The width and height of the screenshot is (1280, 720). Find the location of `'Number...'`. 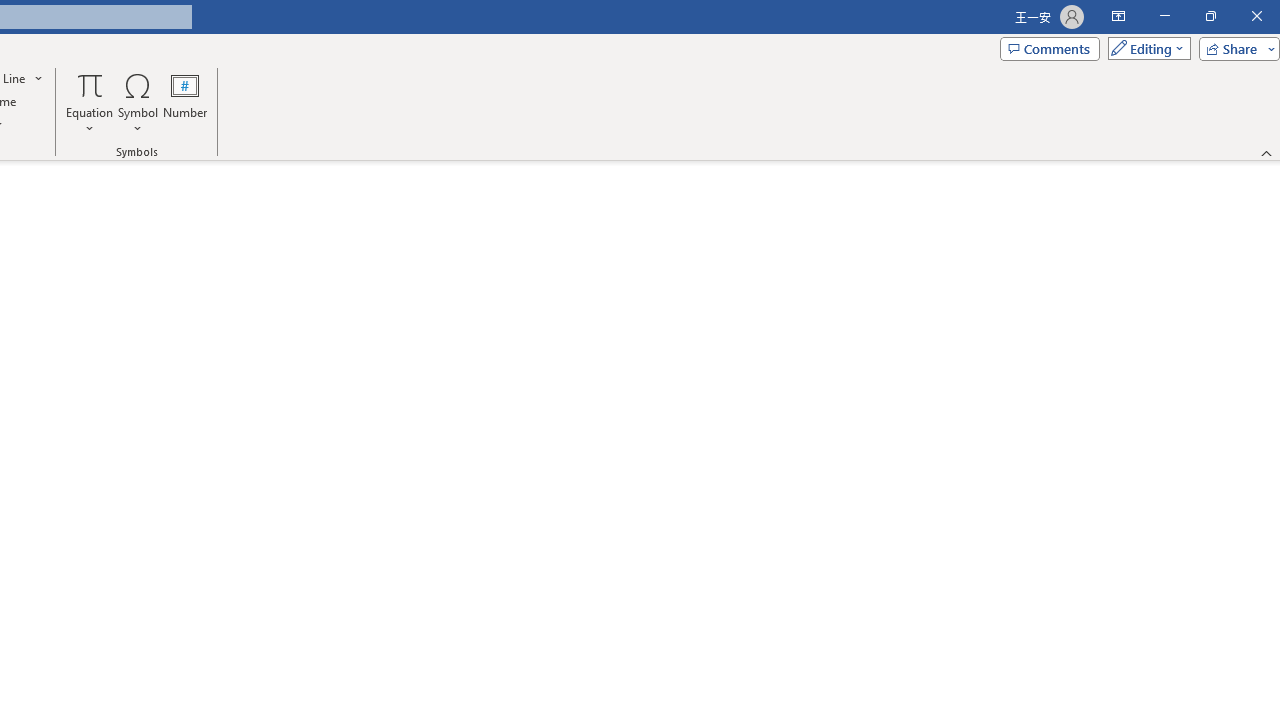

'Number...' is located at coordinates (185, 103).